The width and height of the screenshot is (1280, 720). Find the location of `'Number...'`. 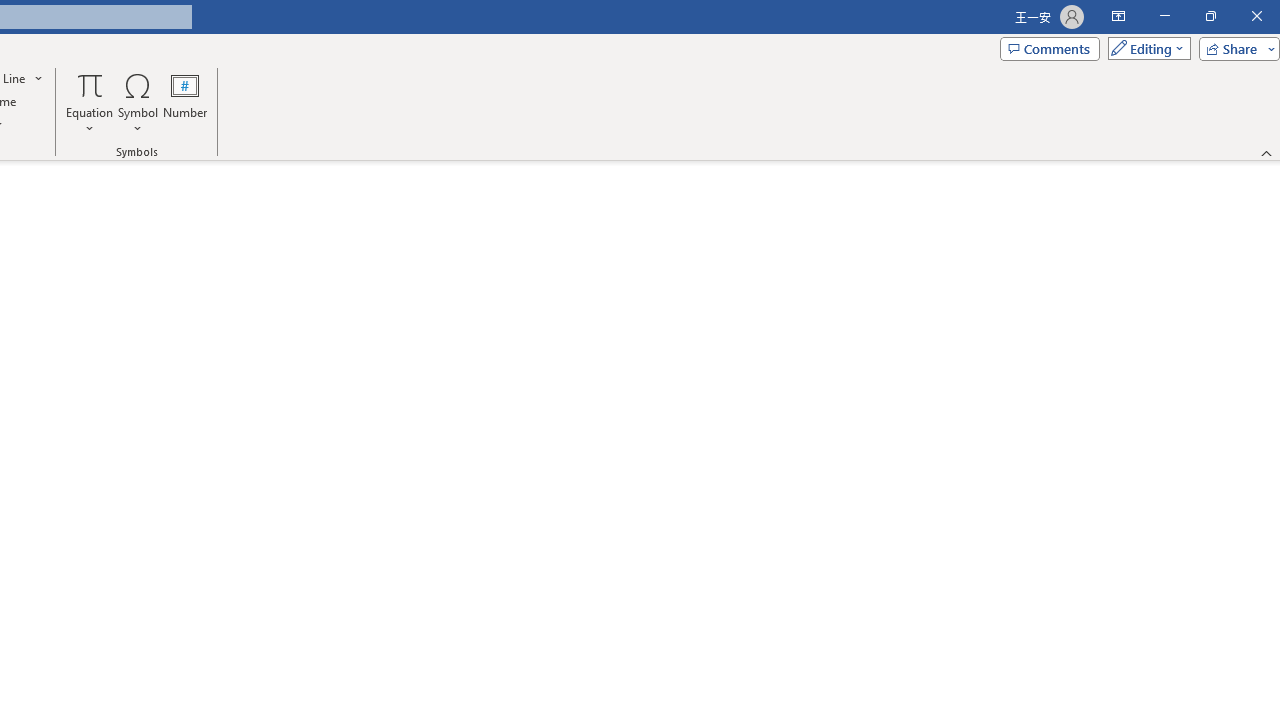

'Number...' is located at coordinates (185, 103).